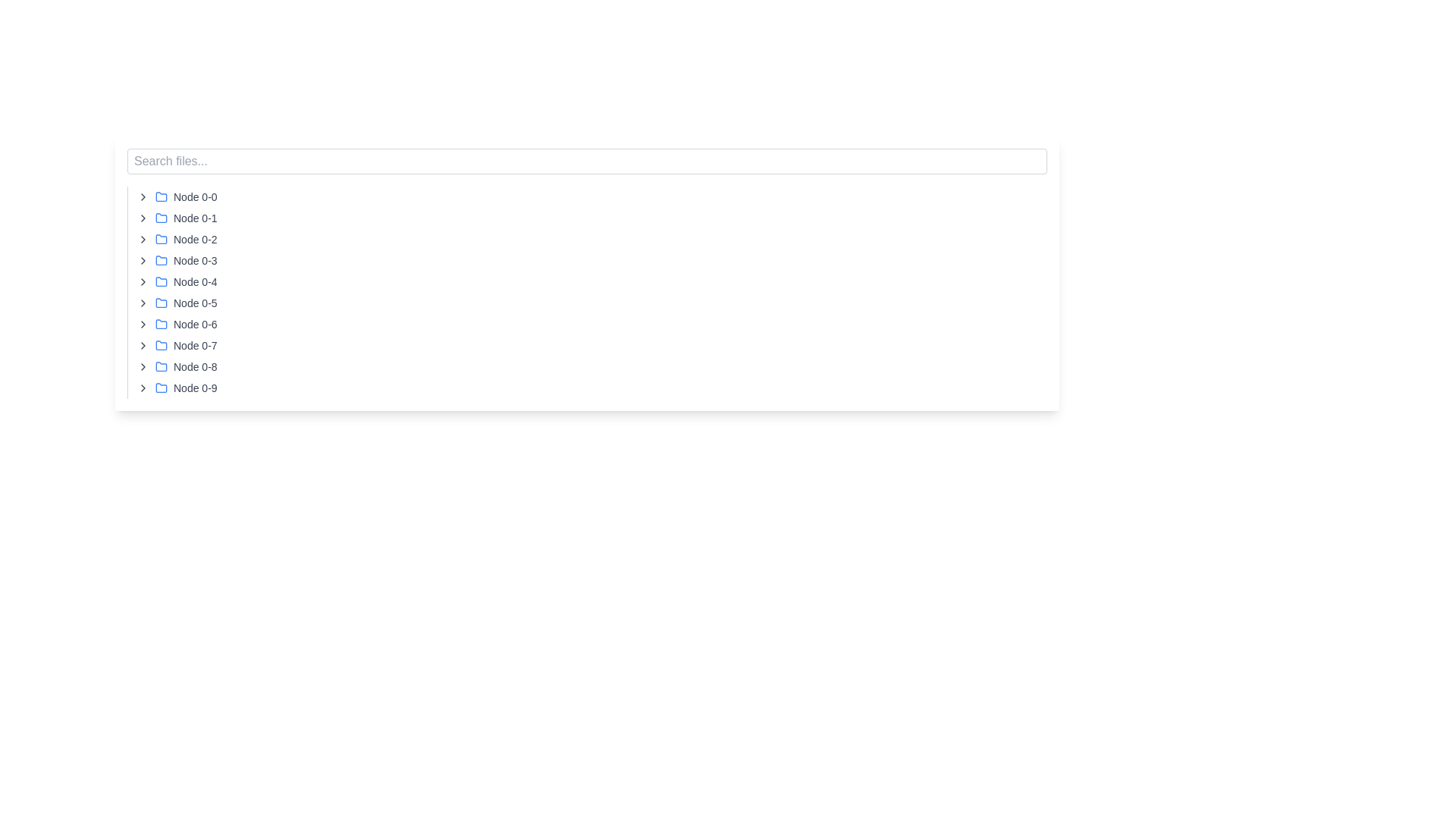 Image resolution: width=1456 pixels, height=819 pixels. Describe the element at coordinates (143, 388) in the screenshot. I see `the Chevron Icon located to the far left beside the folder icon and the text 'Node 0-9'` at that location.